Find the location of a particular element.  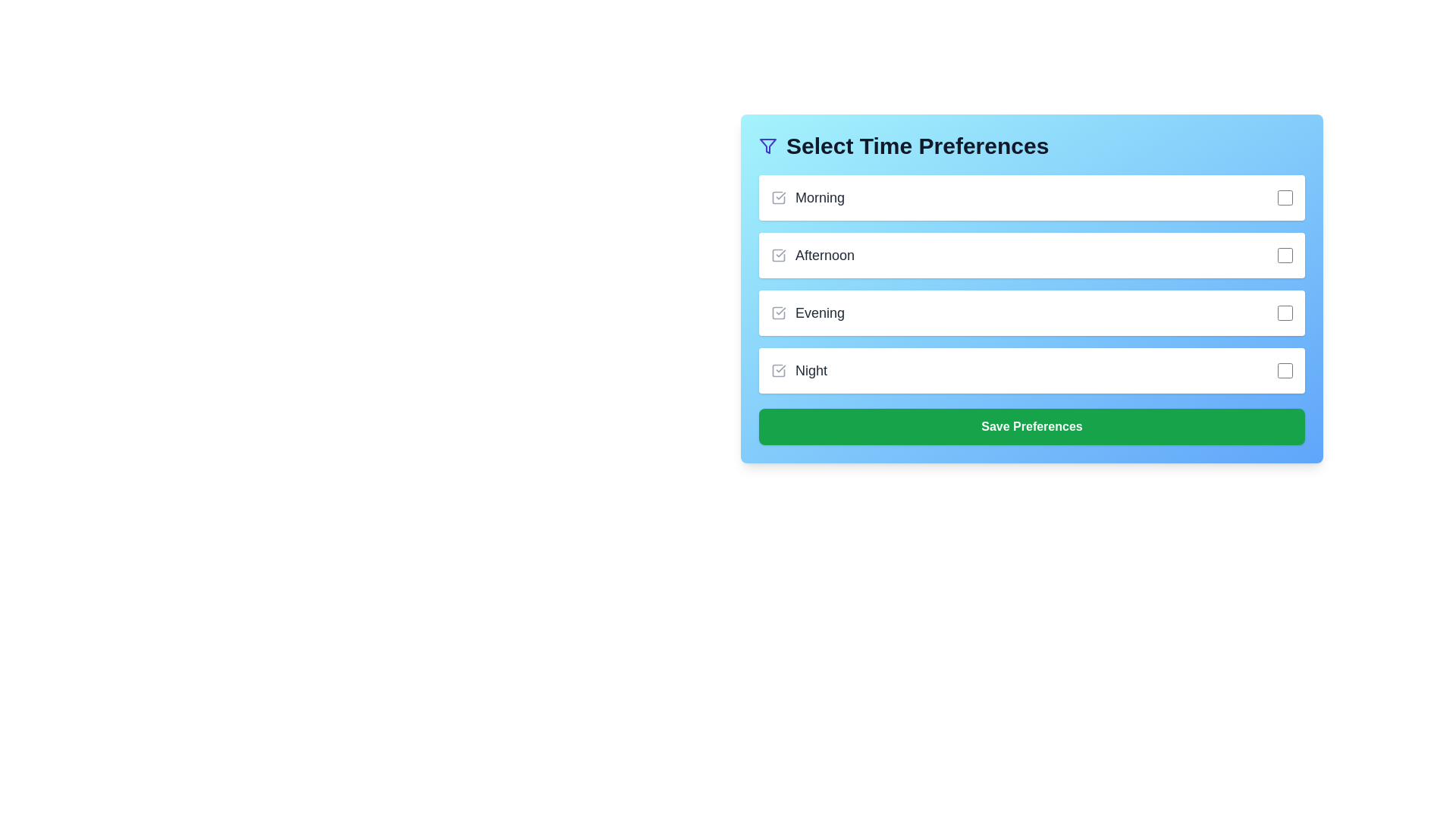

the 'Night' time slot checkbox is located at coordinates (1284, 371).